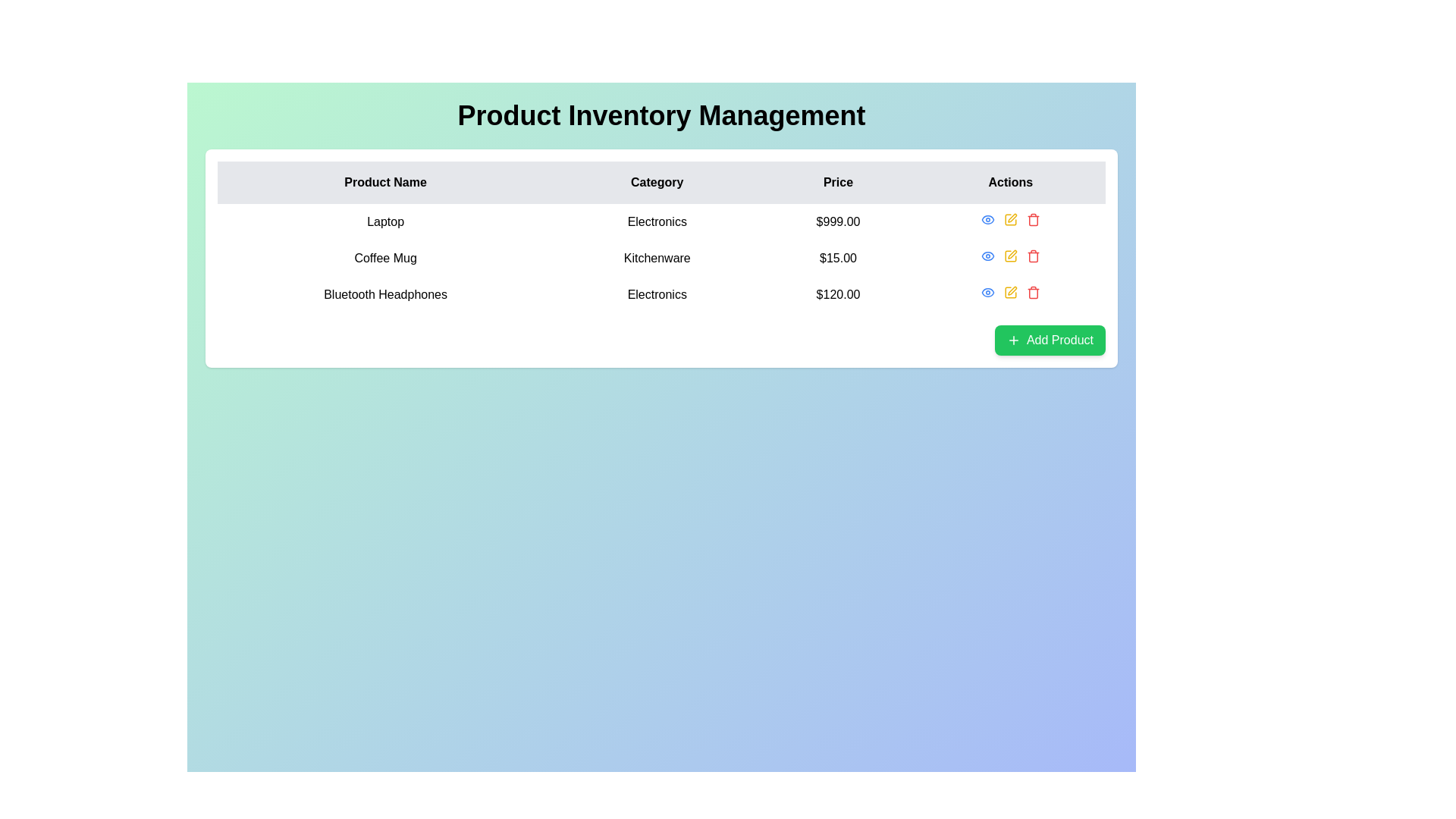  What do you see at coordinates (1012, 253) in the screenshot?
I see `the pen icon in the 'Actions' column of the product inventory table for the second row associated with the item 'Coffee Mug'` at bounding box center [1012, 253].